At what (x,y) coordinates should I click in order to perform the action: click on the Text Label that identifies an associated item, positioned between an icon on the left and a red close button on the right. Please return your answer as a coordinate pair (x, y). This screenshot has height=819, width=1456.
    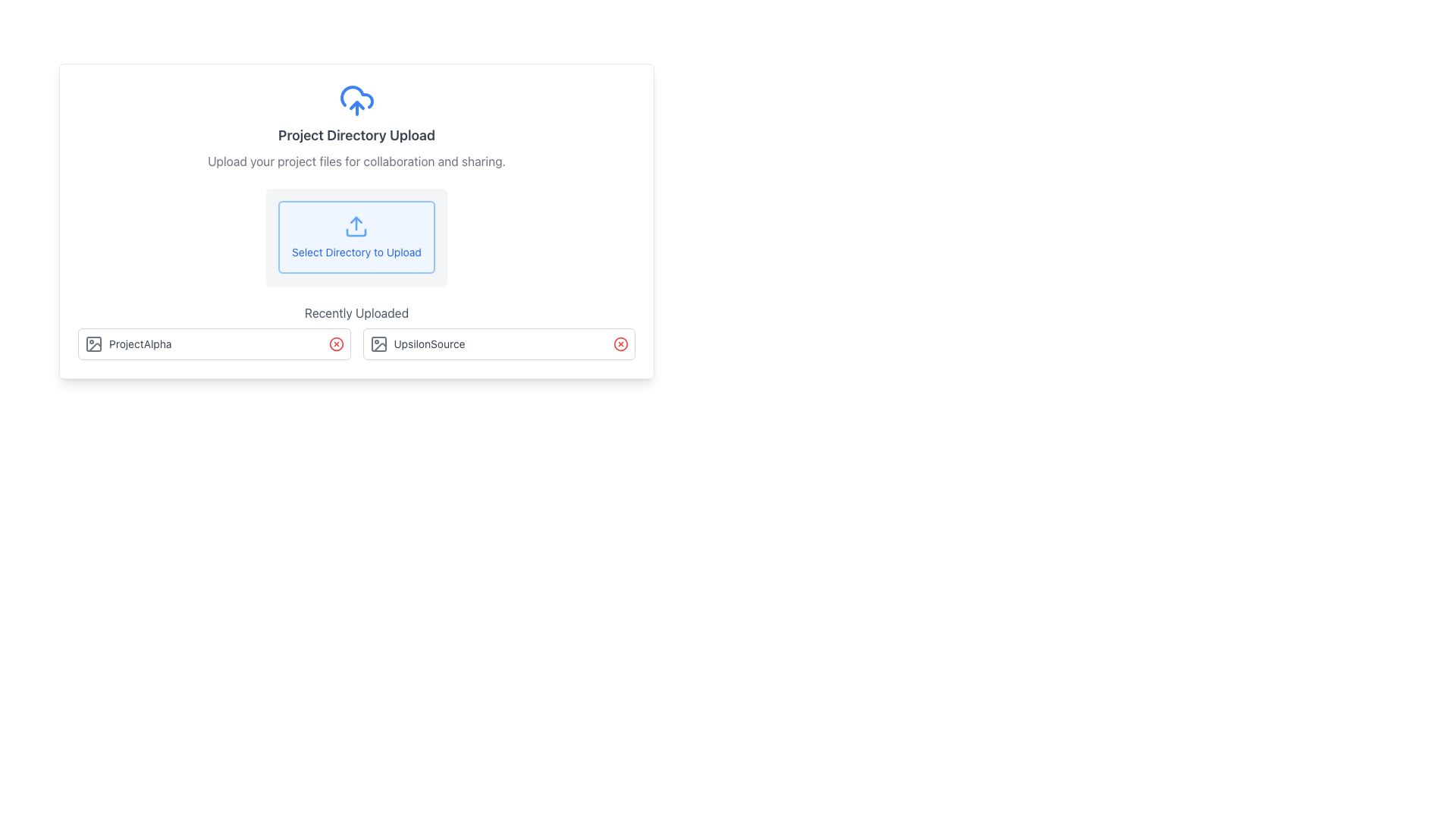
    Looking at the image, I should click on (428, 344).